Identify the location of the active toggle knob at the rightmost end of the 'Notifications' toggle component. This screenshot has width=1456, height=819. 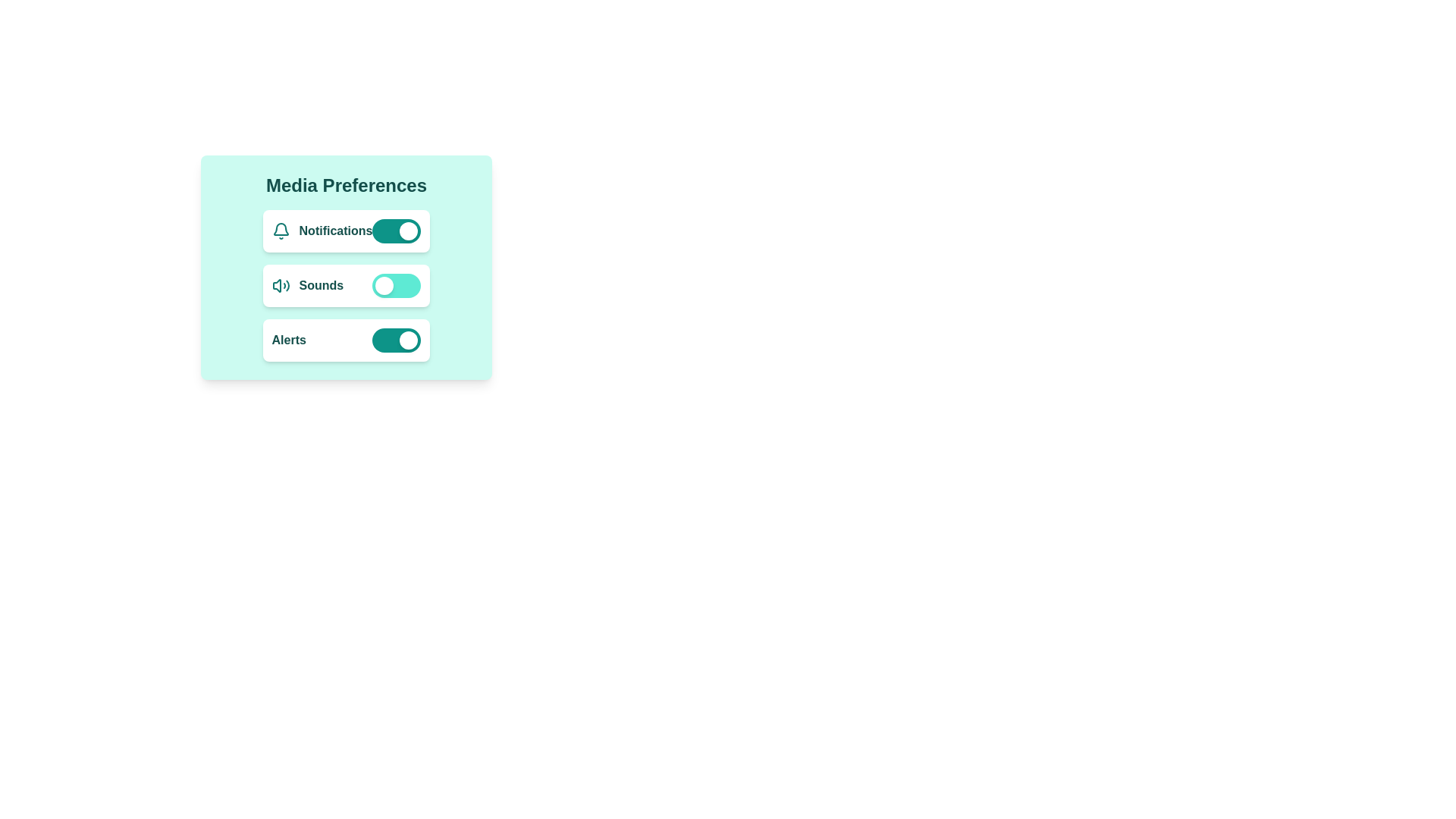
(409, 231).